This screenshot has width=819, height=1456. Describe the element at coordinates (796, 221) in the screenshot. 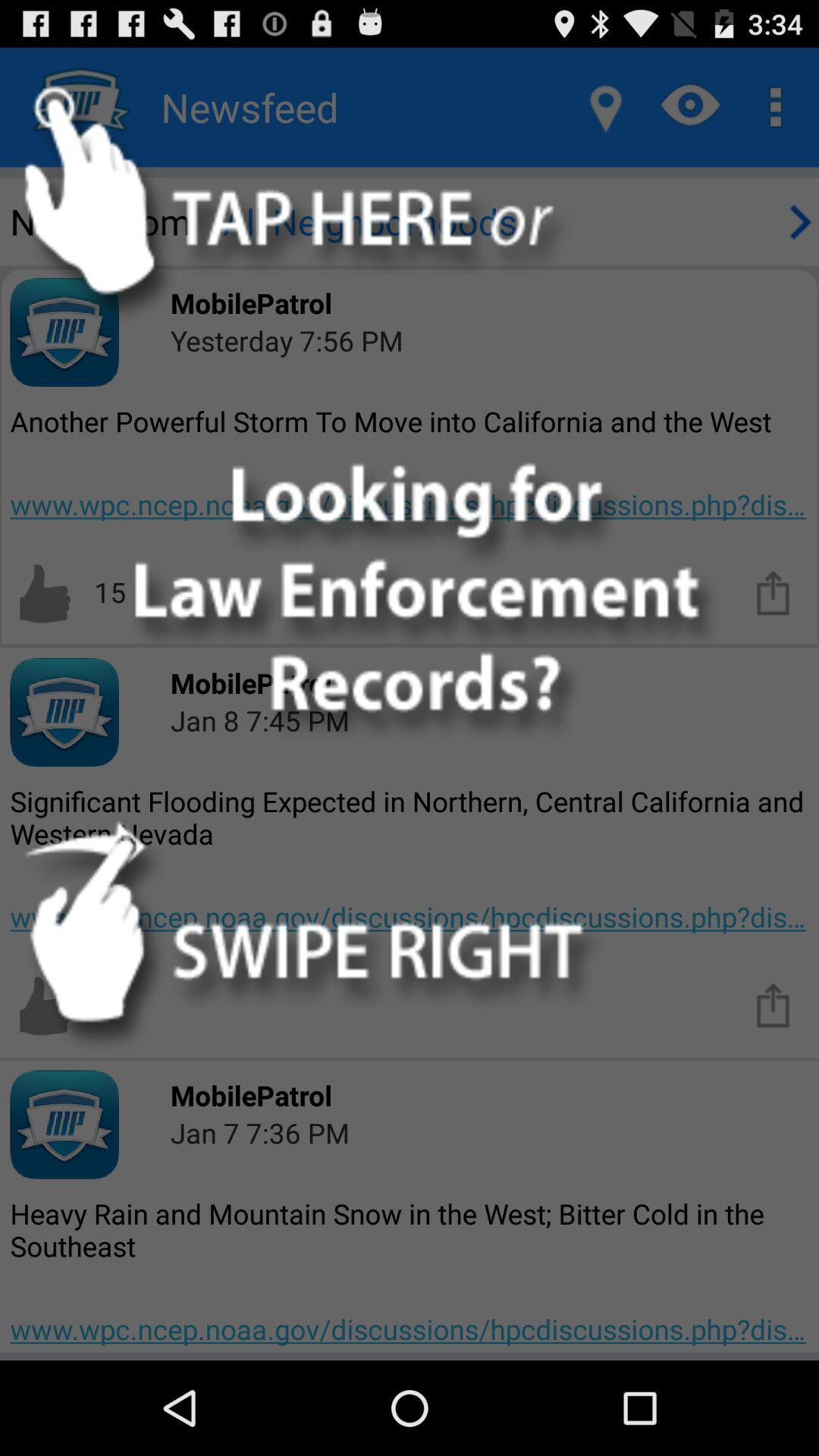

I see `next` at that location.